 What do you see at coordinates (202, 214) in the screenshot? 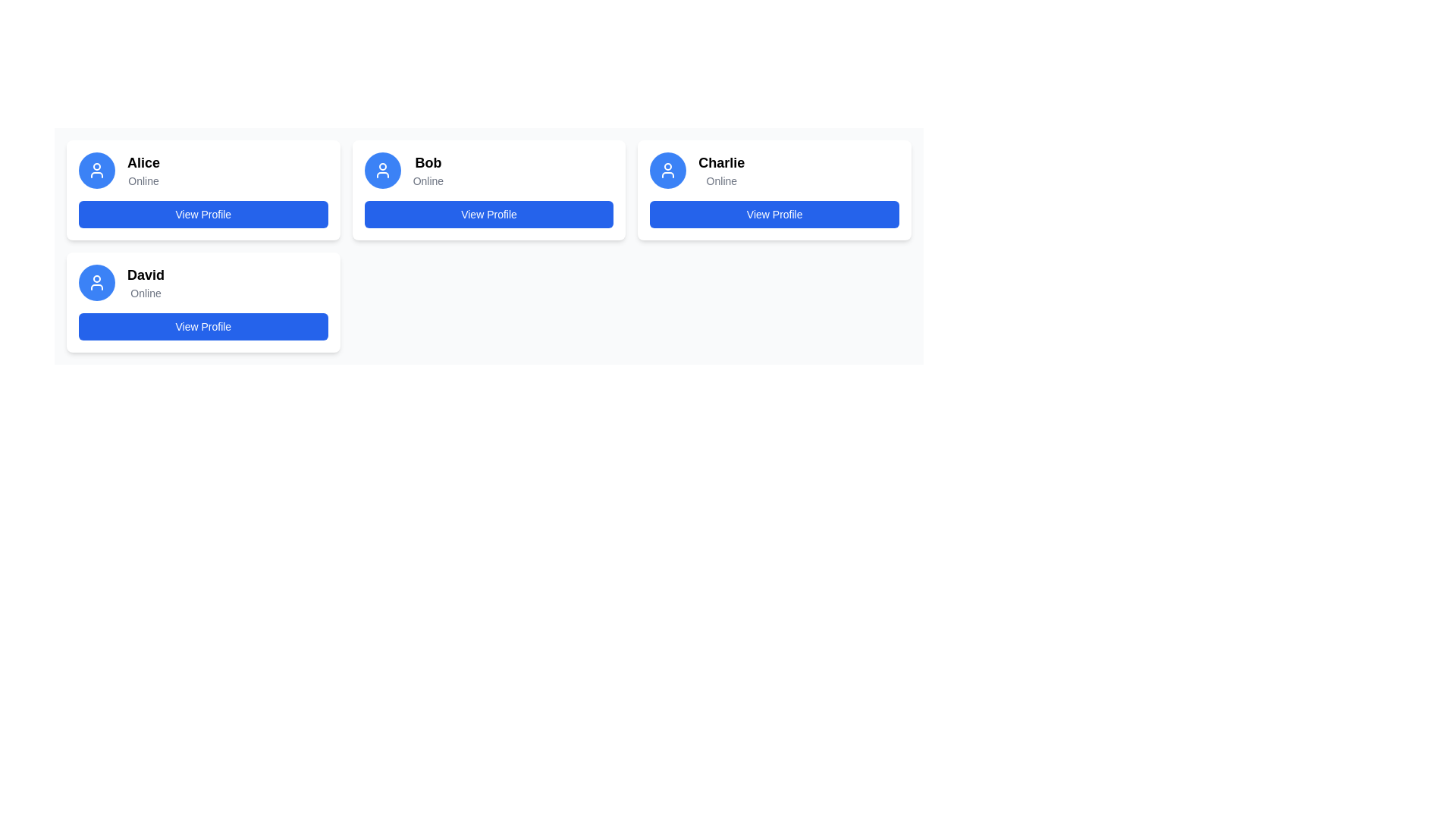
I see `the button that navigates to Alice's profile page, located at the bottom of her profile card` at bounding box center [202, 214].